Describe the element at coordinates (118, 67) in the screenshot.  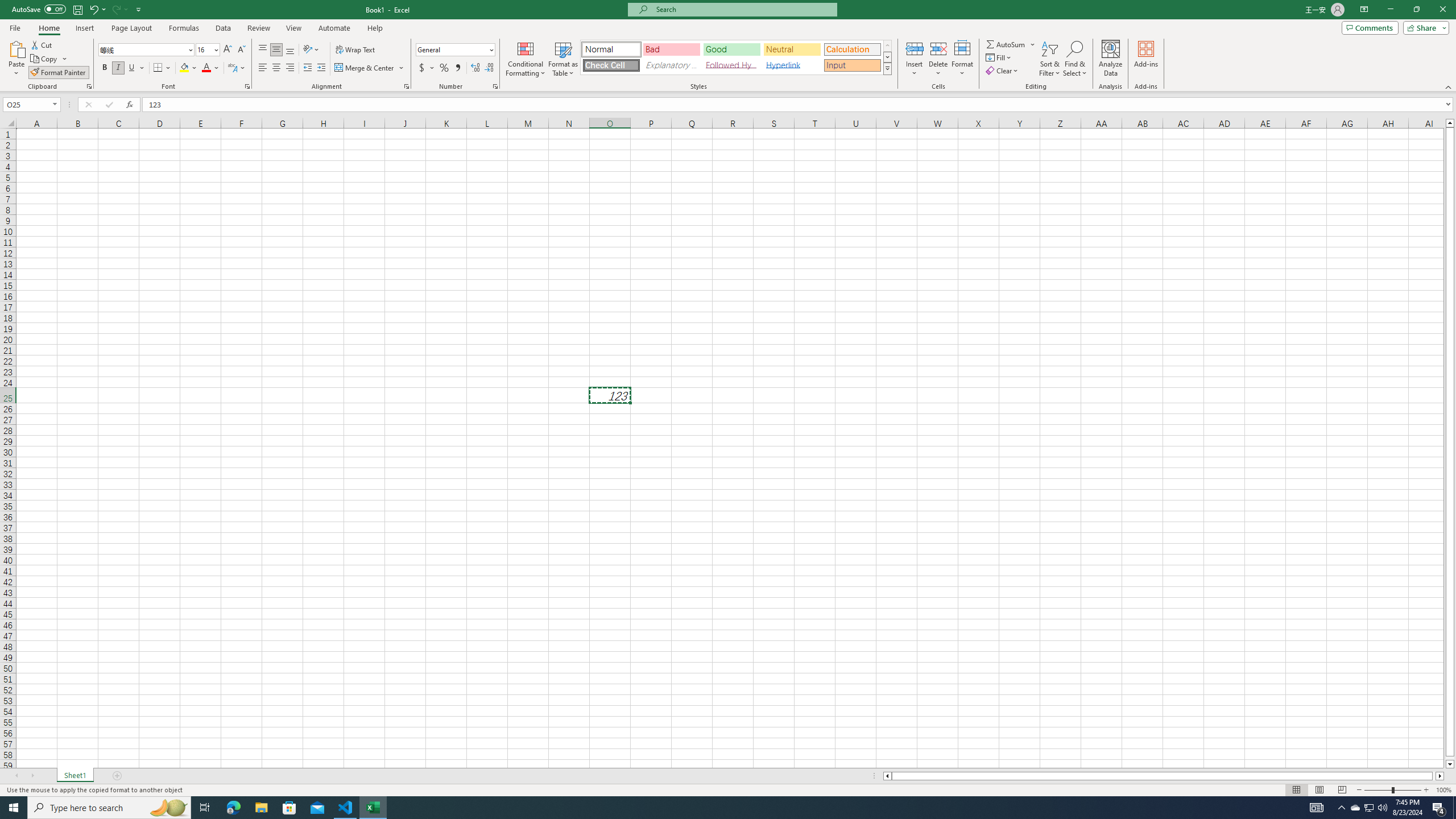
I see `'Italic'` at that location.